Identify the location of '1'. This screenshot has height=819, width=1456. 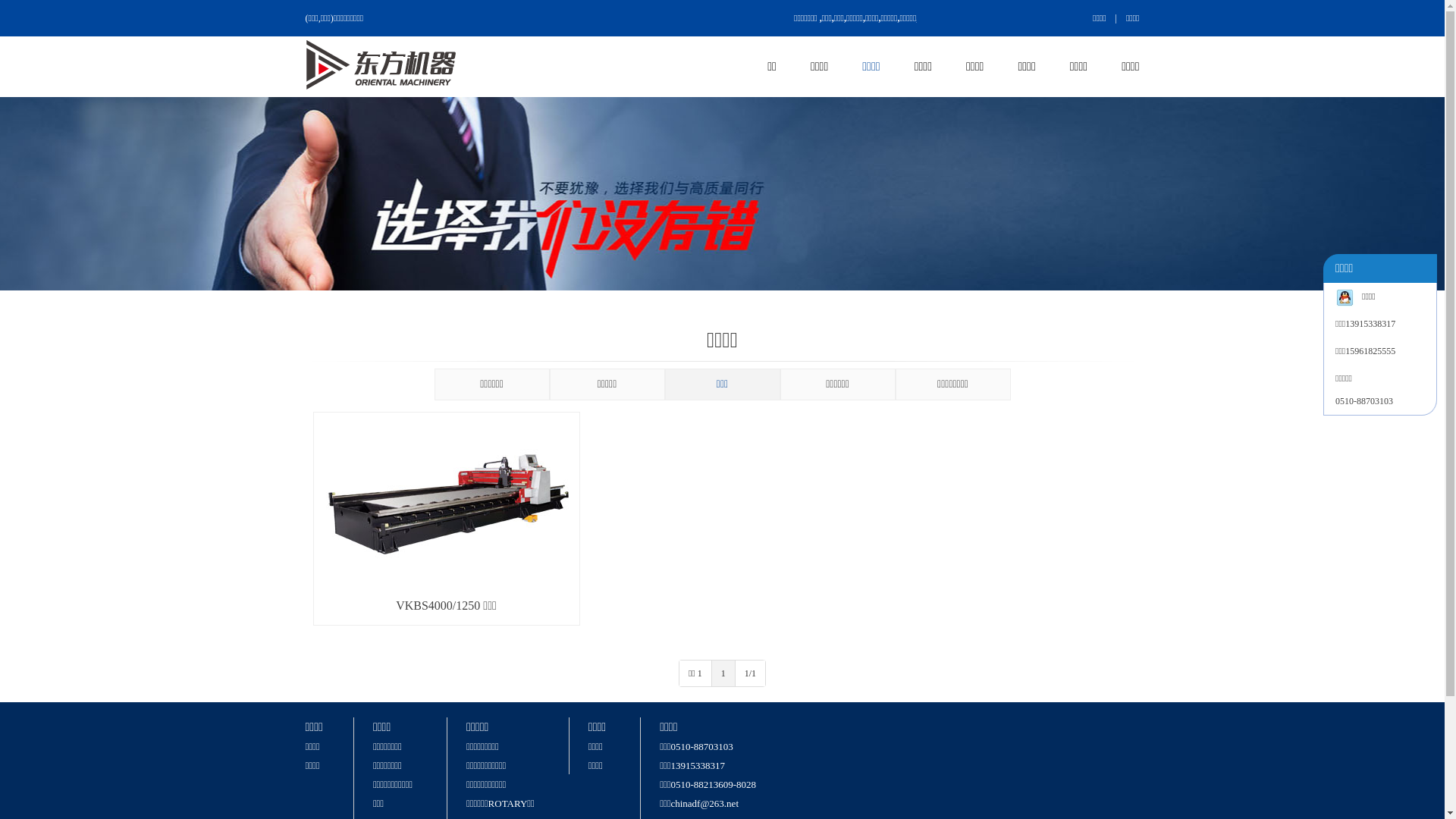
(723, 672).